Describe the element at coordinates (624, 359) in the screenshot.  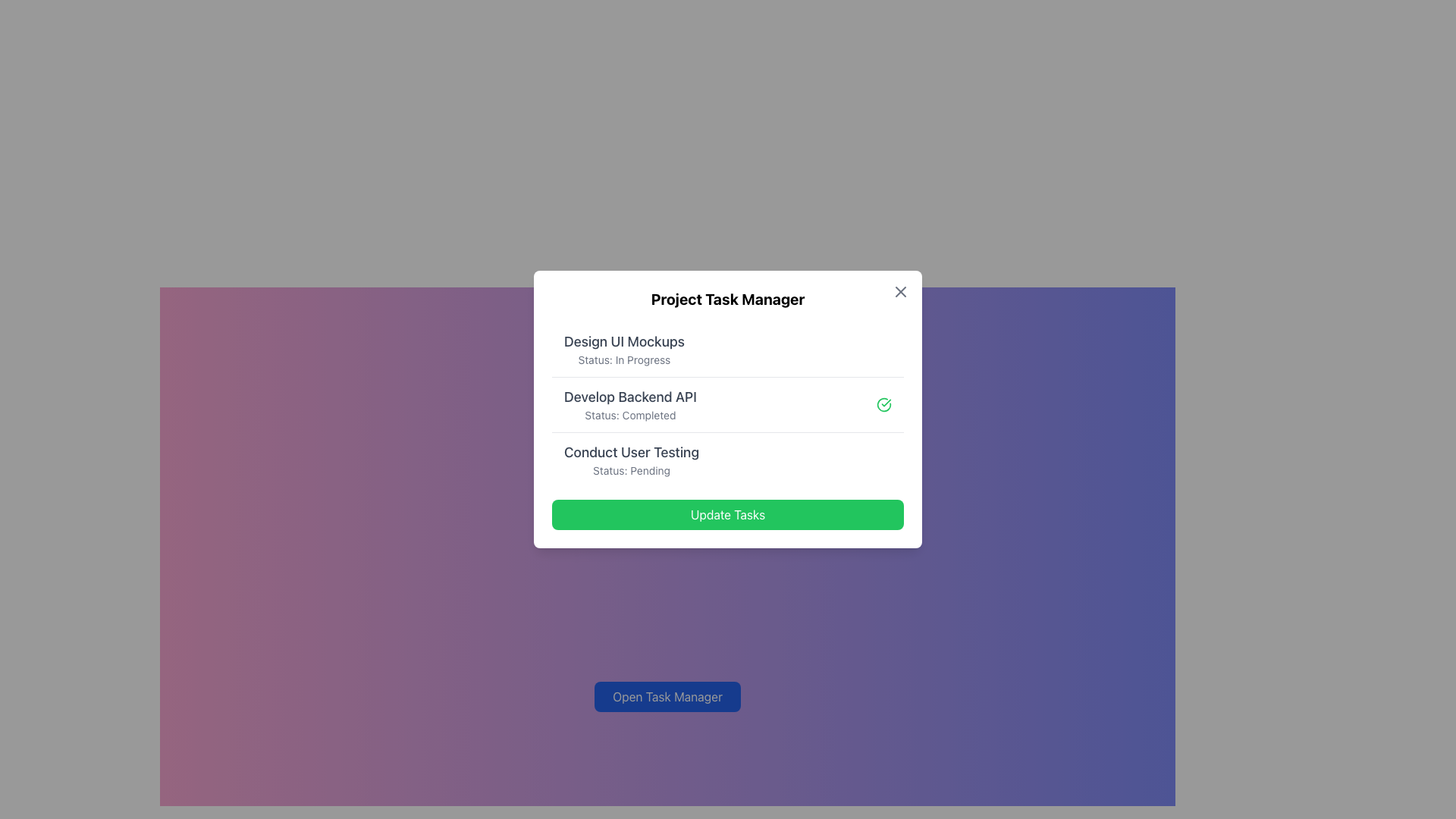
I see `the status indicator text label for the task 'Design UI Mockups' that shows 'In Progress', located in the 'Project Task Manager' popup` at that location.